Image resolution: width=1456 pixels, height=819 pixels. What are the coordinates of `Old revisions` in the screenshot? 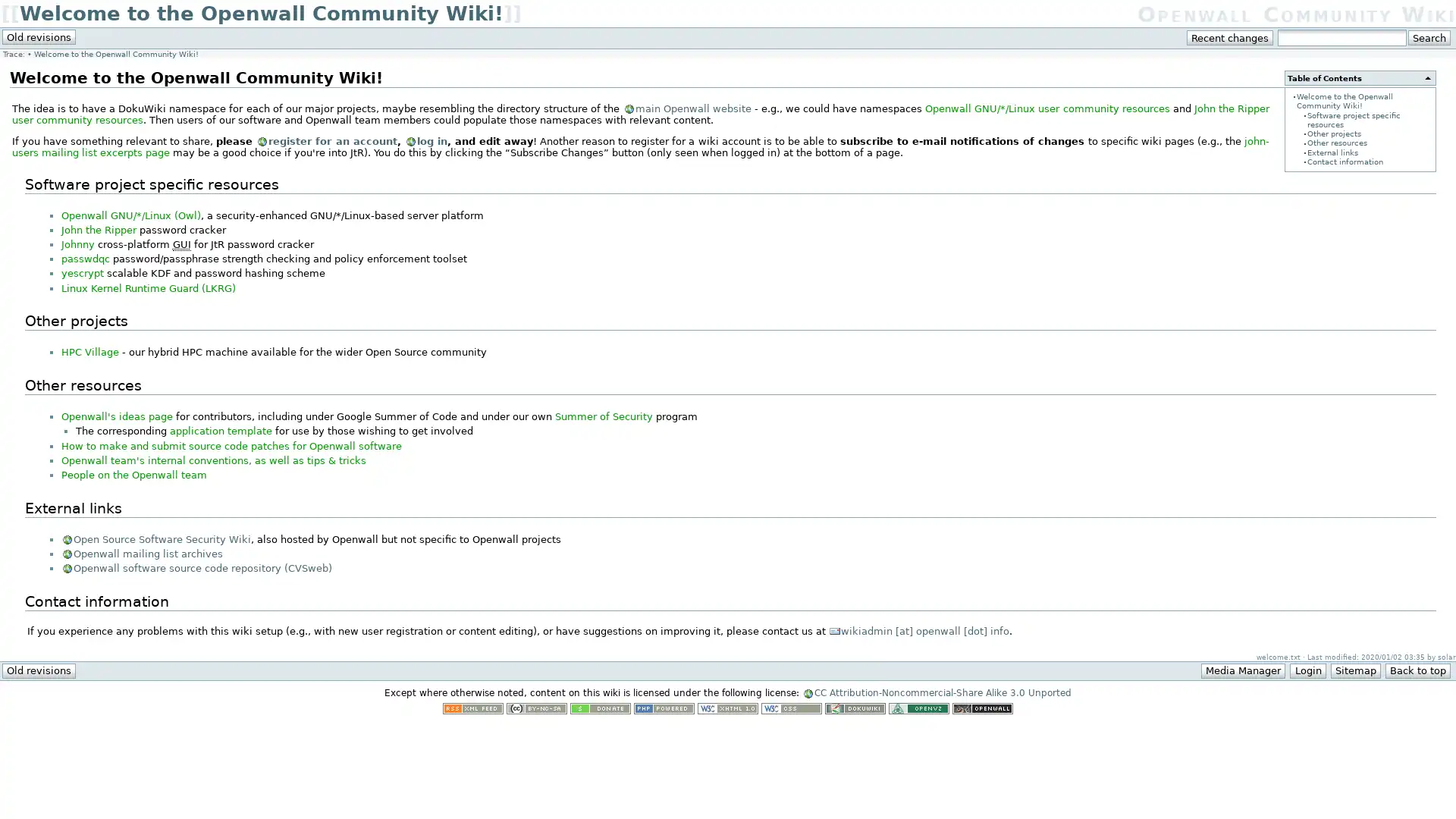 It's located at (39, 36).